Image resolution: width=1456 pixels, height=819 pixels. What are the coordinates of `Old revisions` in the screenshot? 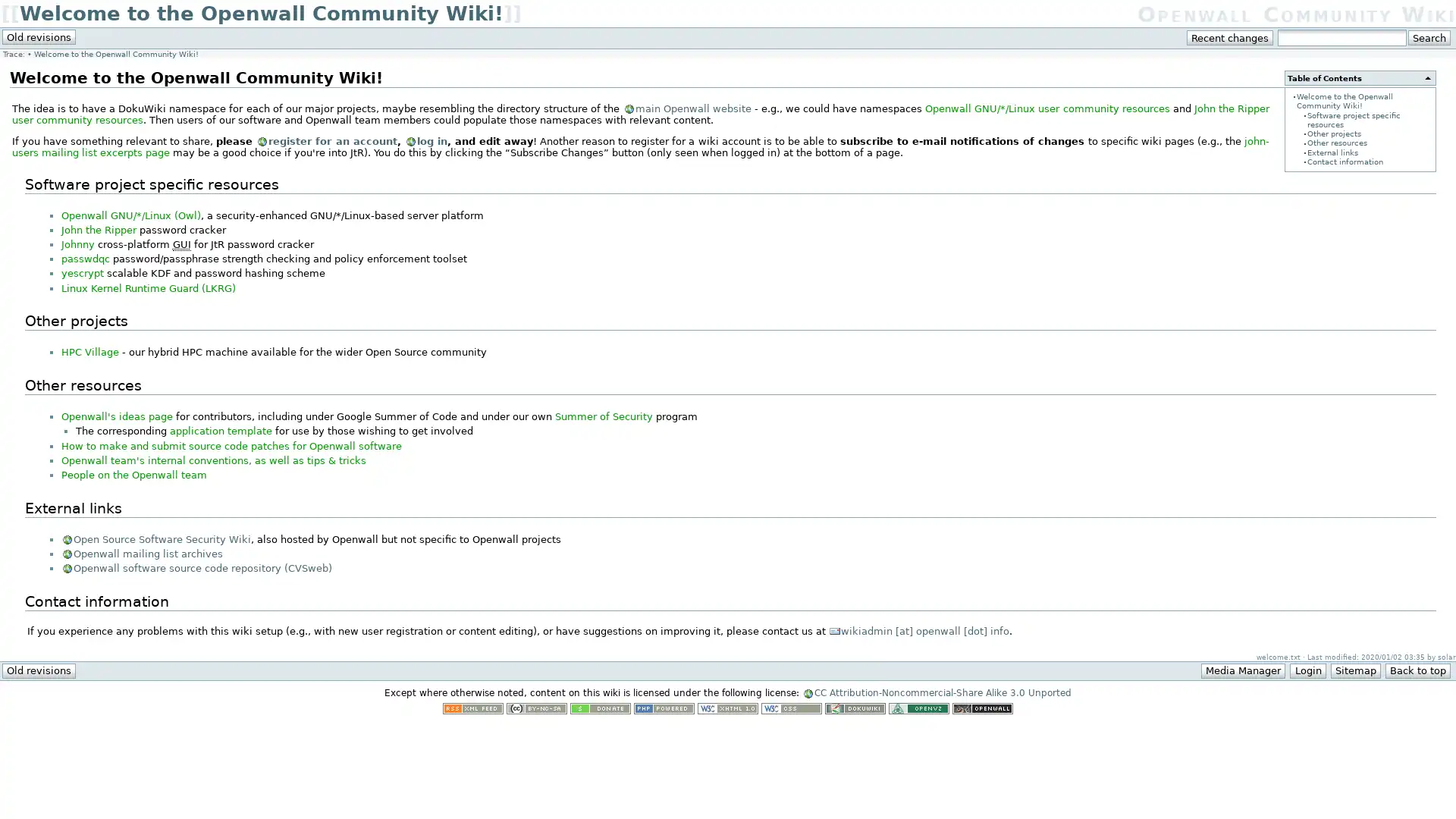 It's located at (39, 36).